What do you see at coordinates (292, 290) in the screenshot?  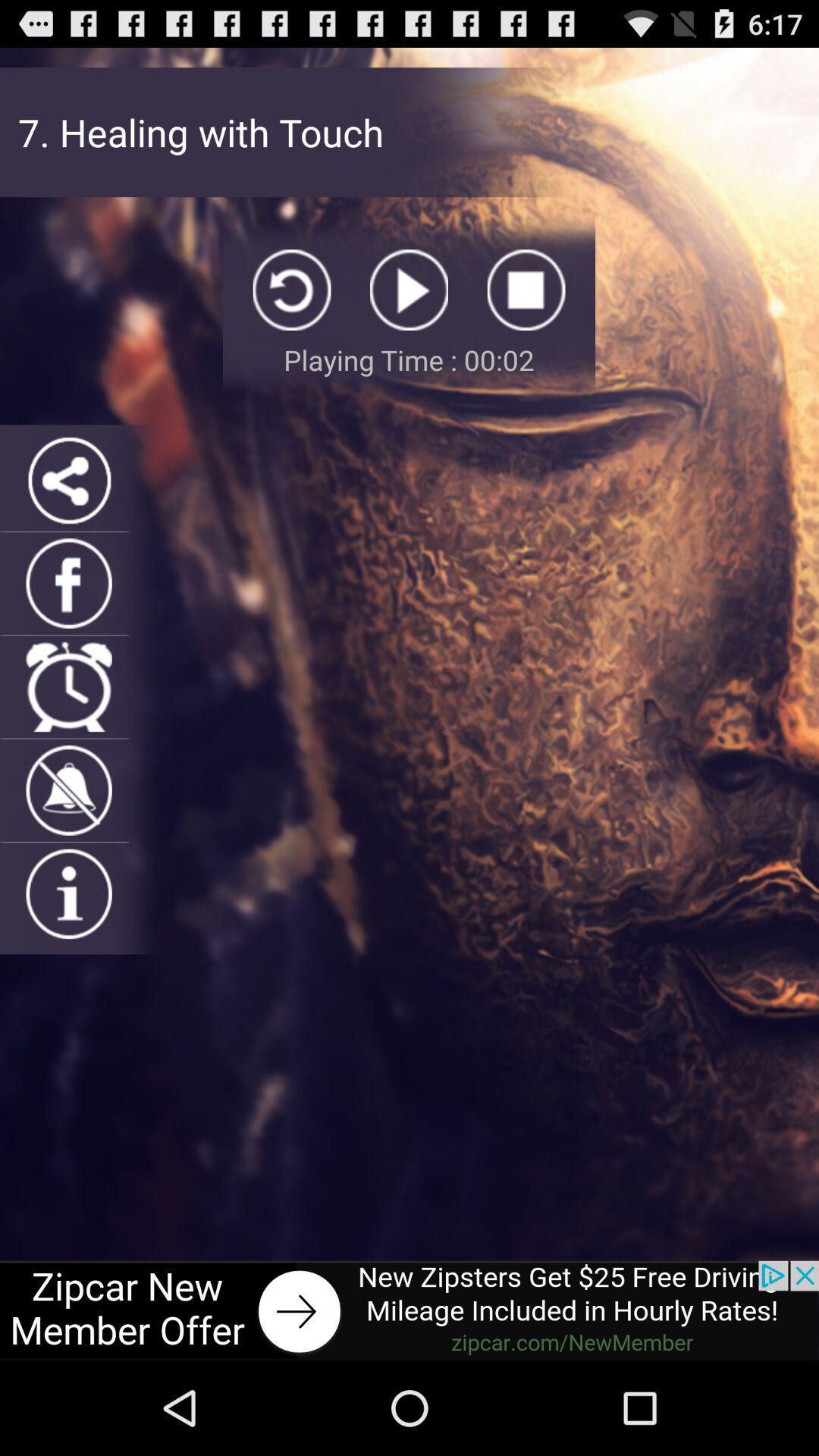 I see `replay song` at bounding box center [292, 290].